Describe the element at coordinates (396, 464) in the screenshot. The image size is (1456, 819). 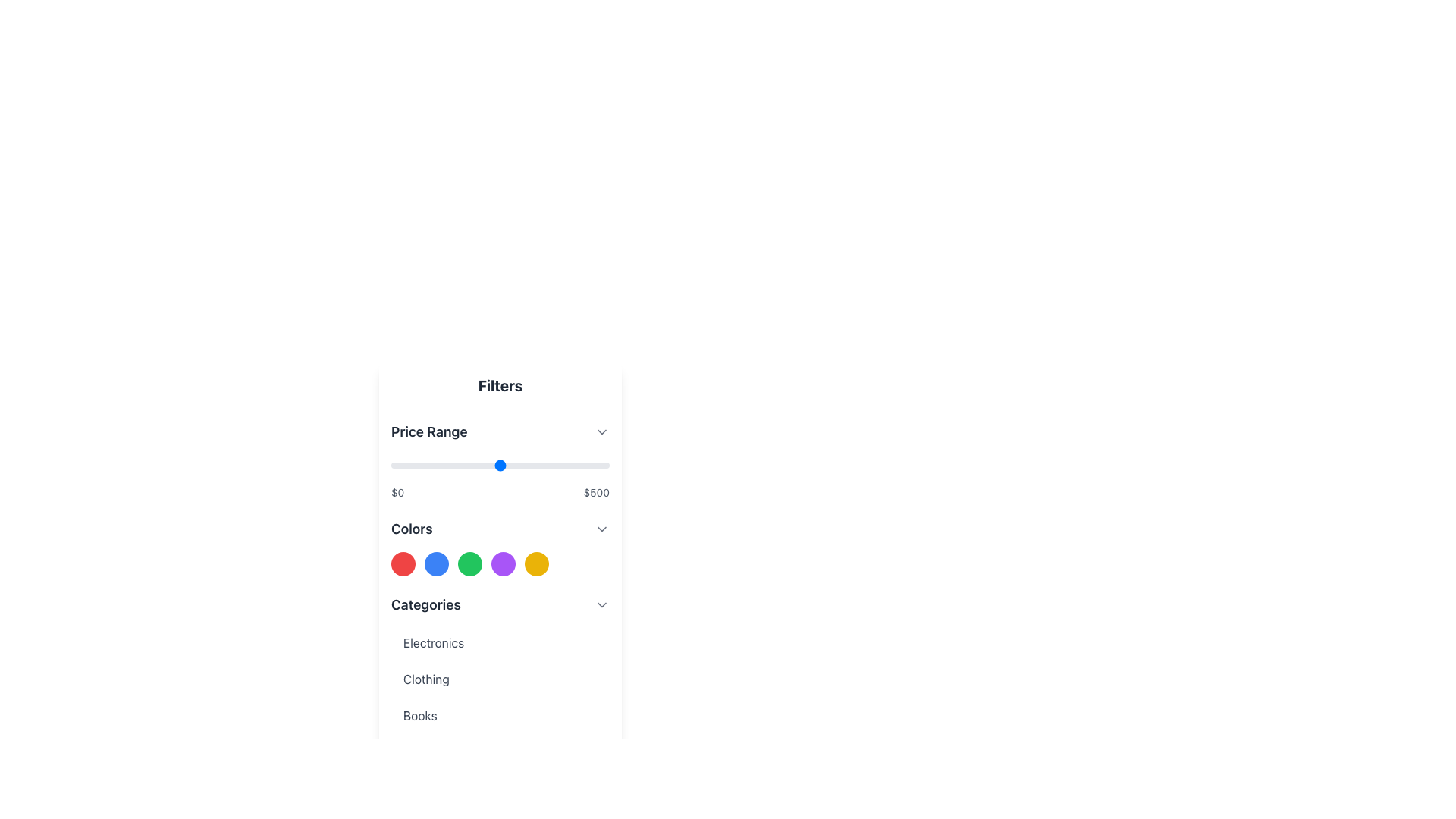
I see `the price range` at that location.